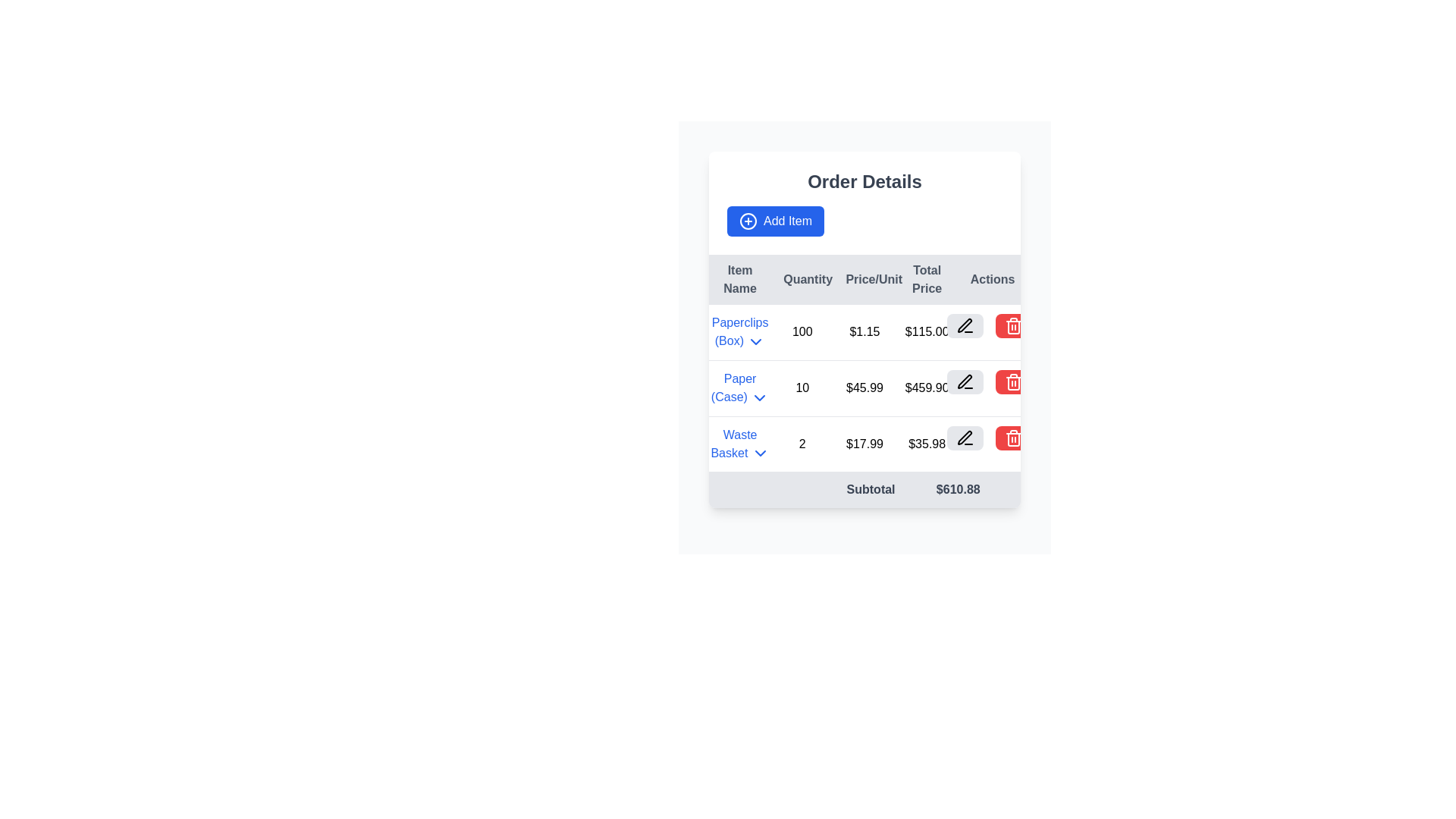 The height and width of the screenshot is (819, 1456). What do you see at coordinates (864, 444) in the screenshot?
I see `the 'Waste Basket' row in the Order Details table` at bounding box center [864, 444].